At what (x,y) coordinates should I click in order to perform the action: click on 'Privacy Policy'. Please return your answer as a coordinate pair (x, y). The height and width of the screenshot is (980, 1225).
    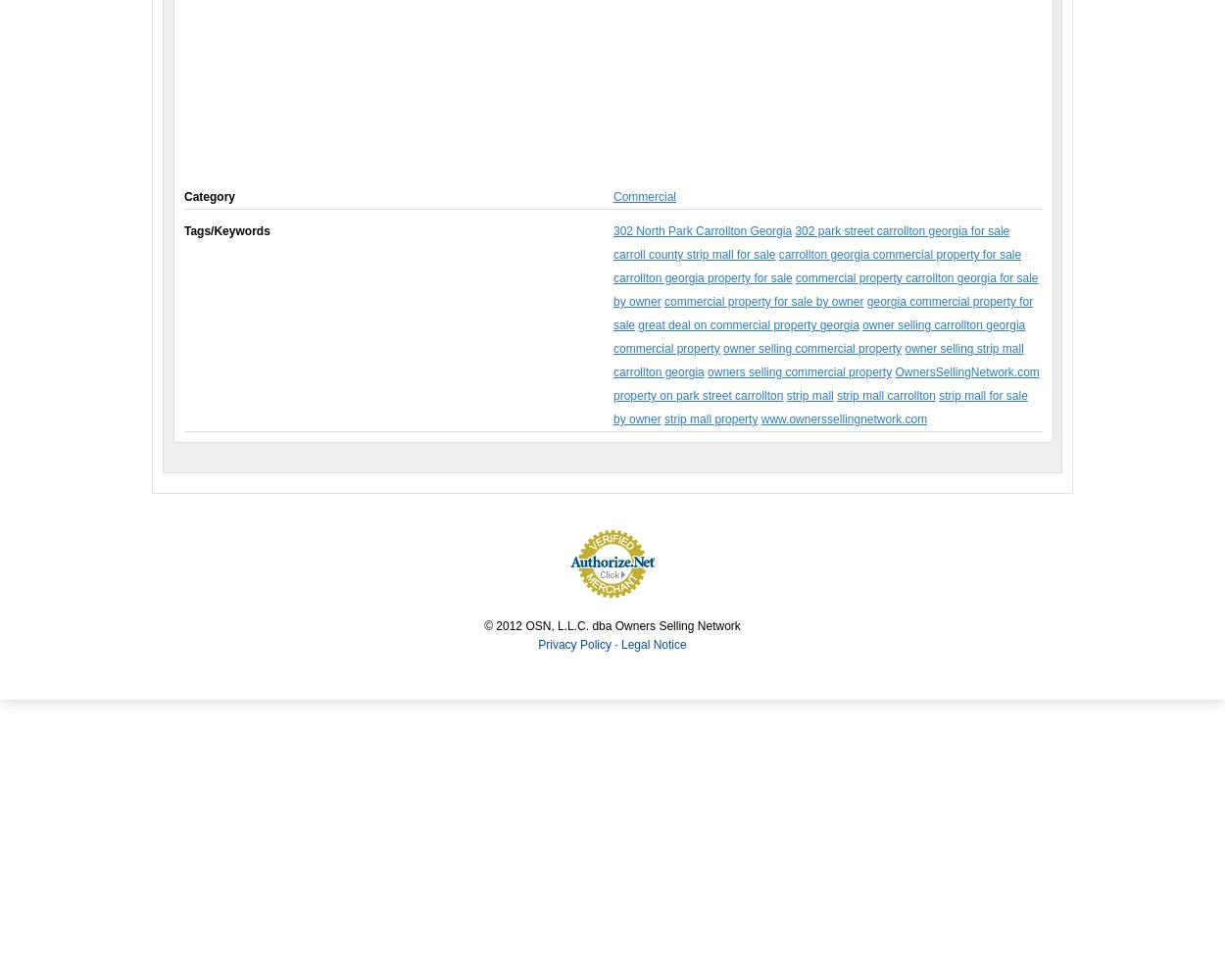
    Looking at the image, I should click on (573, 645).